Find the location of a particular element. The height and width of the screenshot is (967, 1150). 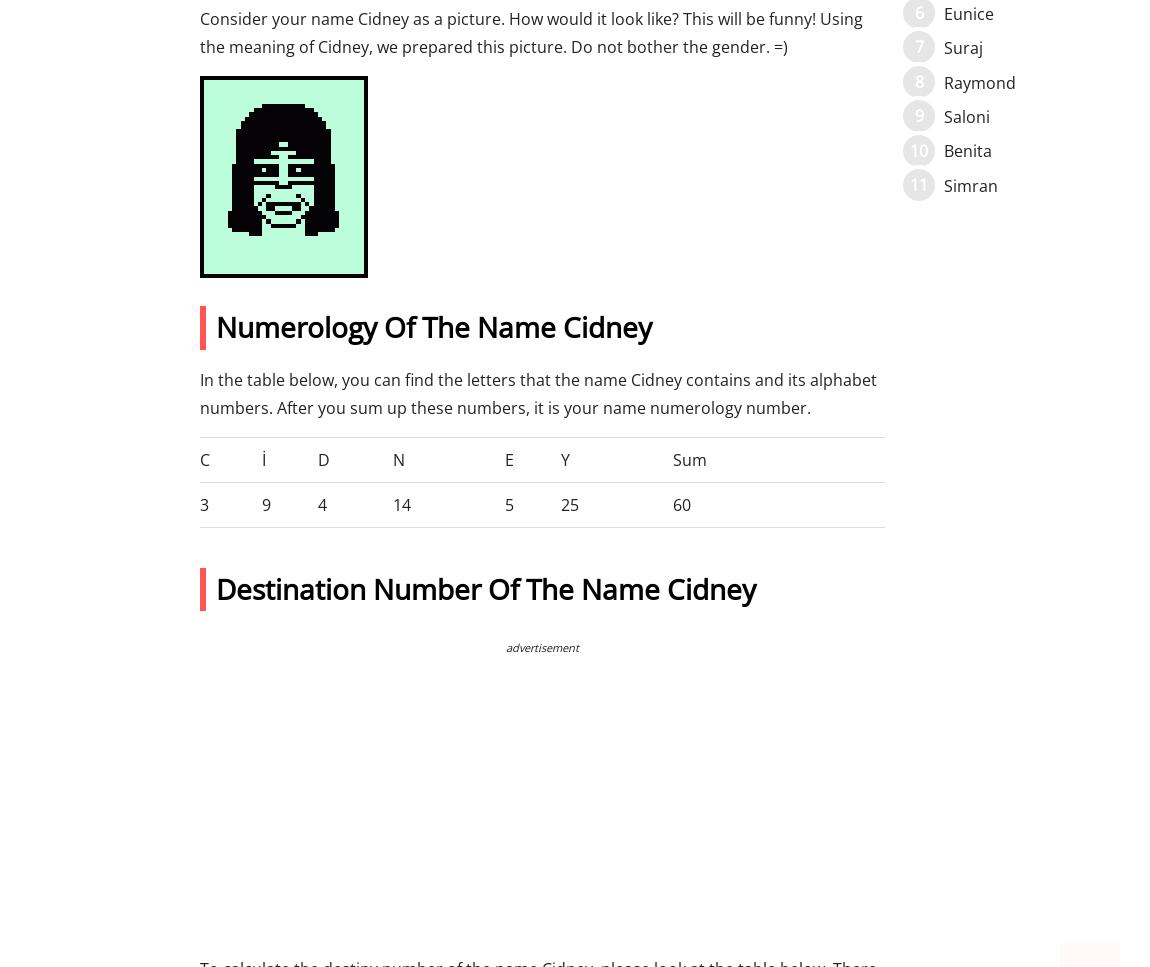

'Sum' is located at coordinates (689, 459).